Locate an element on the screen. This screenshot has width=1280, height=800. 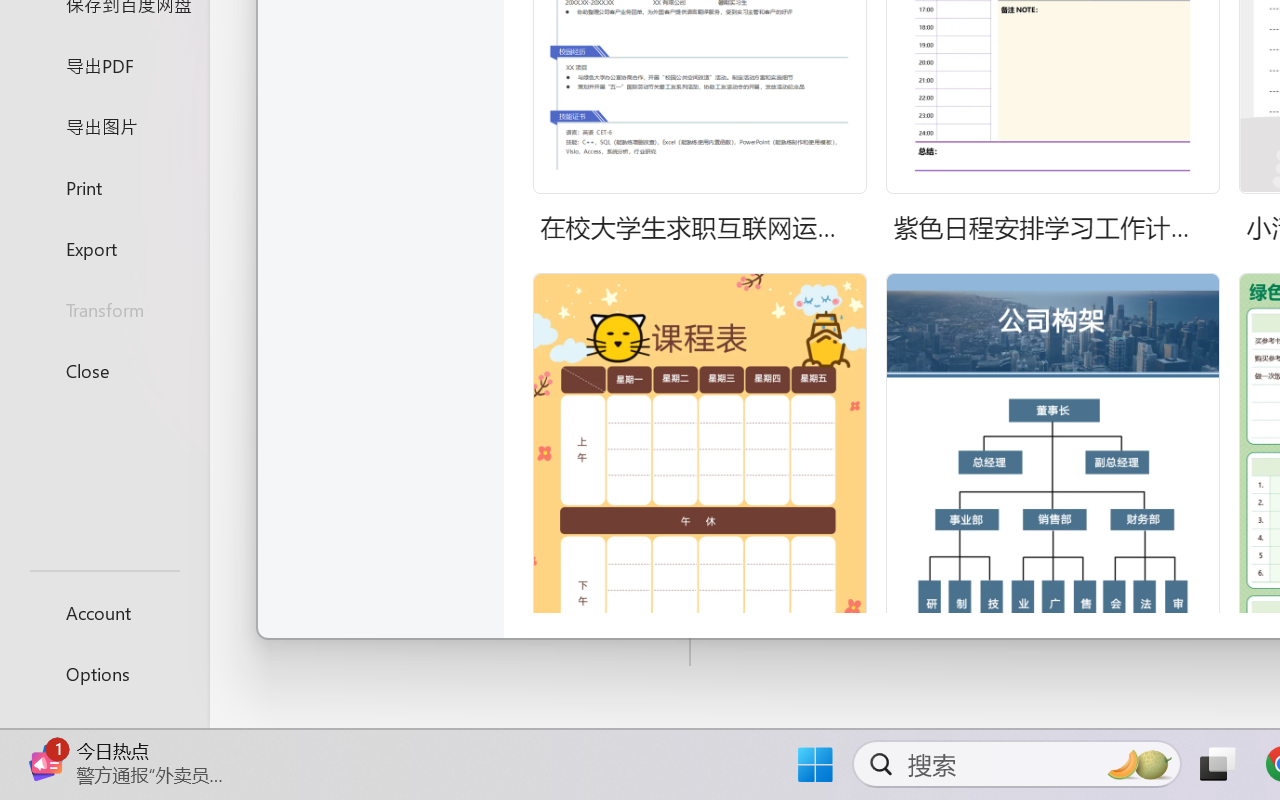
'Print' is located at coordinates (103, 186).